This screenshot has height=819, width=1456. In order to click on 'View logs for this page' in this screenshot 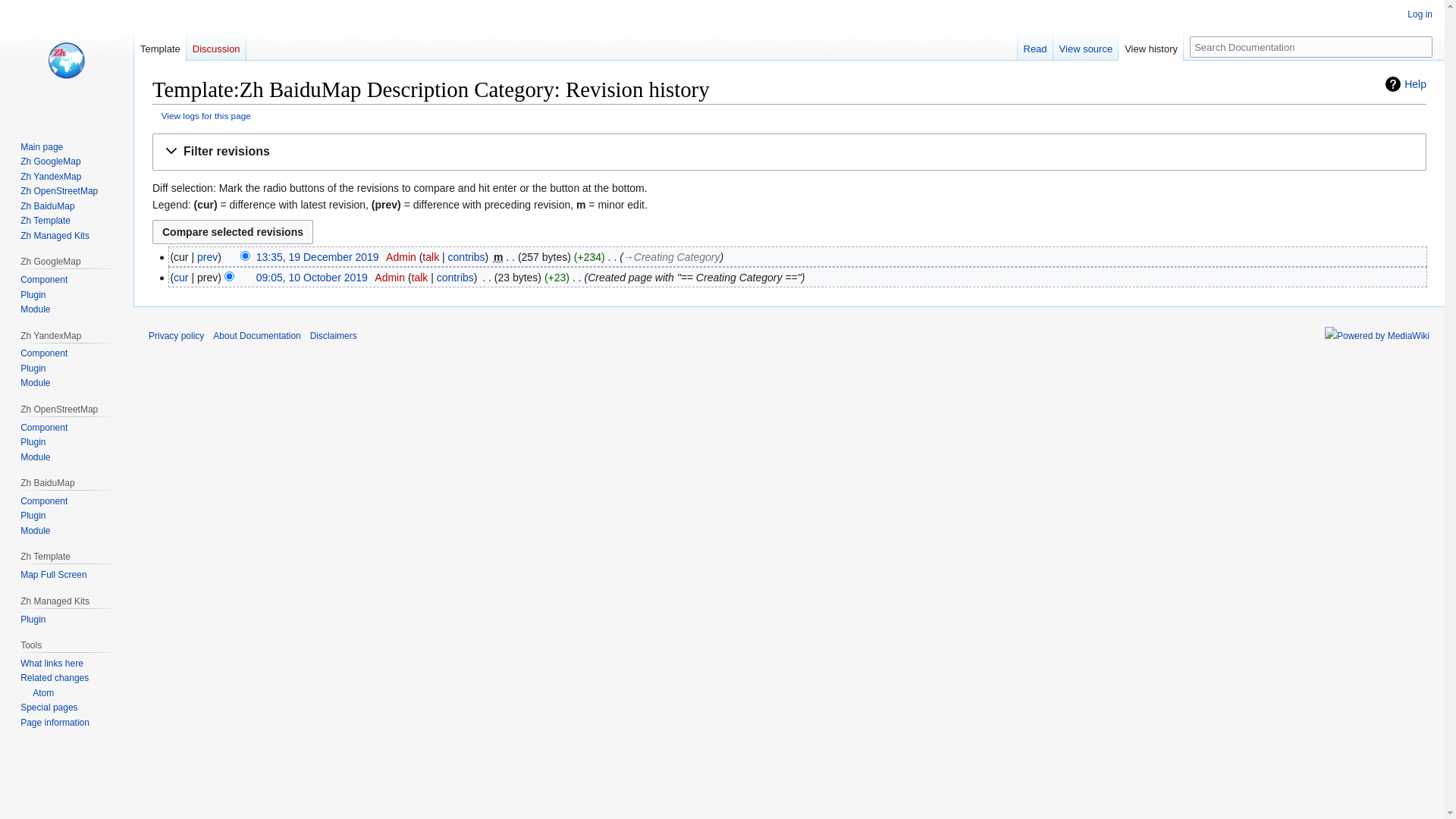, I will do `click(206, 115)`.